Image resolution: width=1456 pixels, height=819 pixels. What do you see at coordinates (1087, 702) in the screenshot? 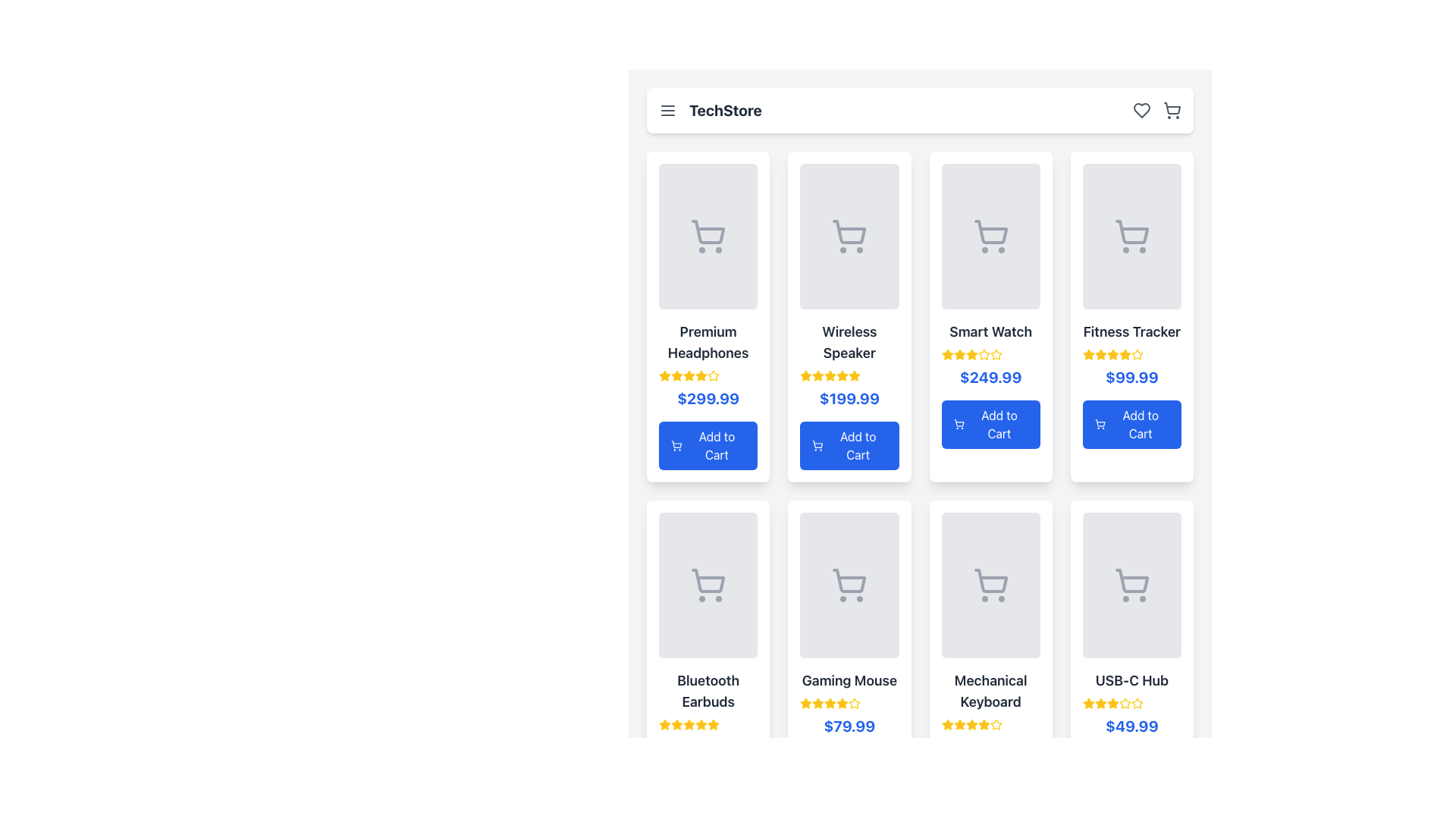
I see `the yellow star icon located under the product titled 'USB-C Hub', which is part of the rating system` at bounding box center [1087, 702].